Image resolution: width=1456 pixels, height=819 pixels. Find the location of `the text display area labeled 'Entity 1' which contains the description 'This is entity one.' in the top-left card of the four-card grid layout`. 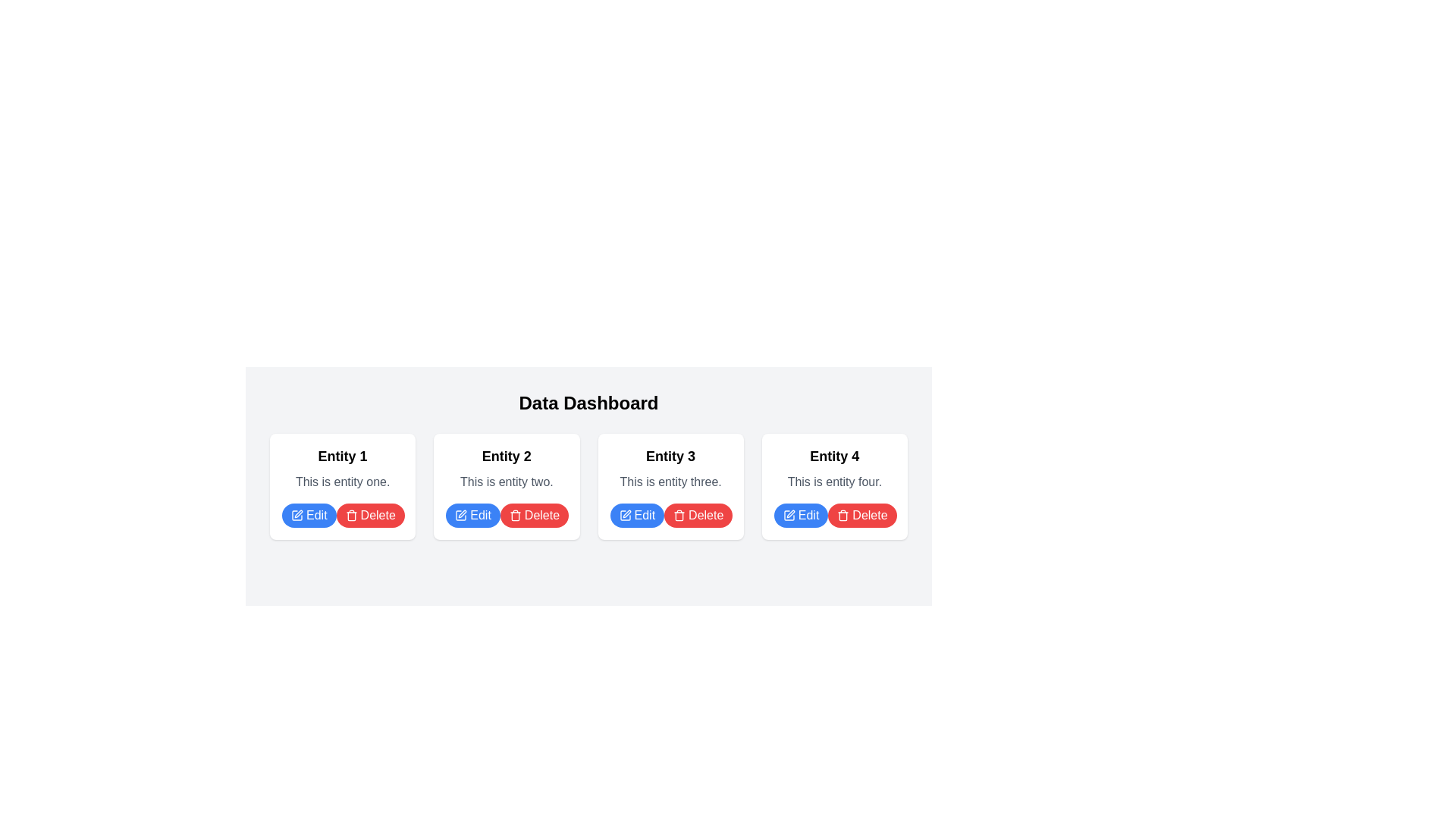

the text display area labeled 'Entity 1' which contains the description 'This is entity one.' in the top-left card of the four-card grid layout is located at coordinates (342, 467).